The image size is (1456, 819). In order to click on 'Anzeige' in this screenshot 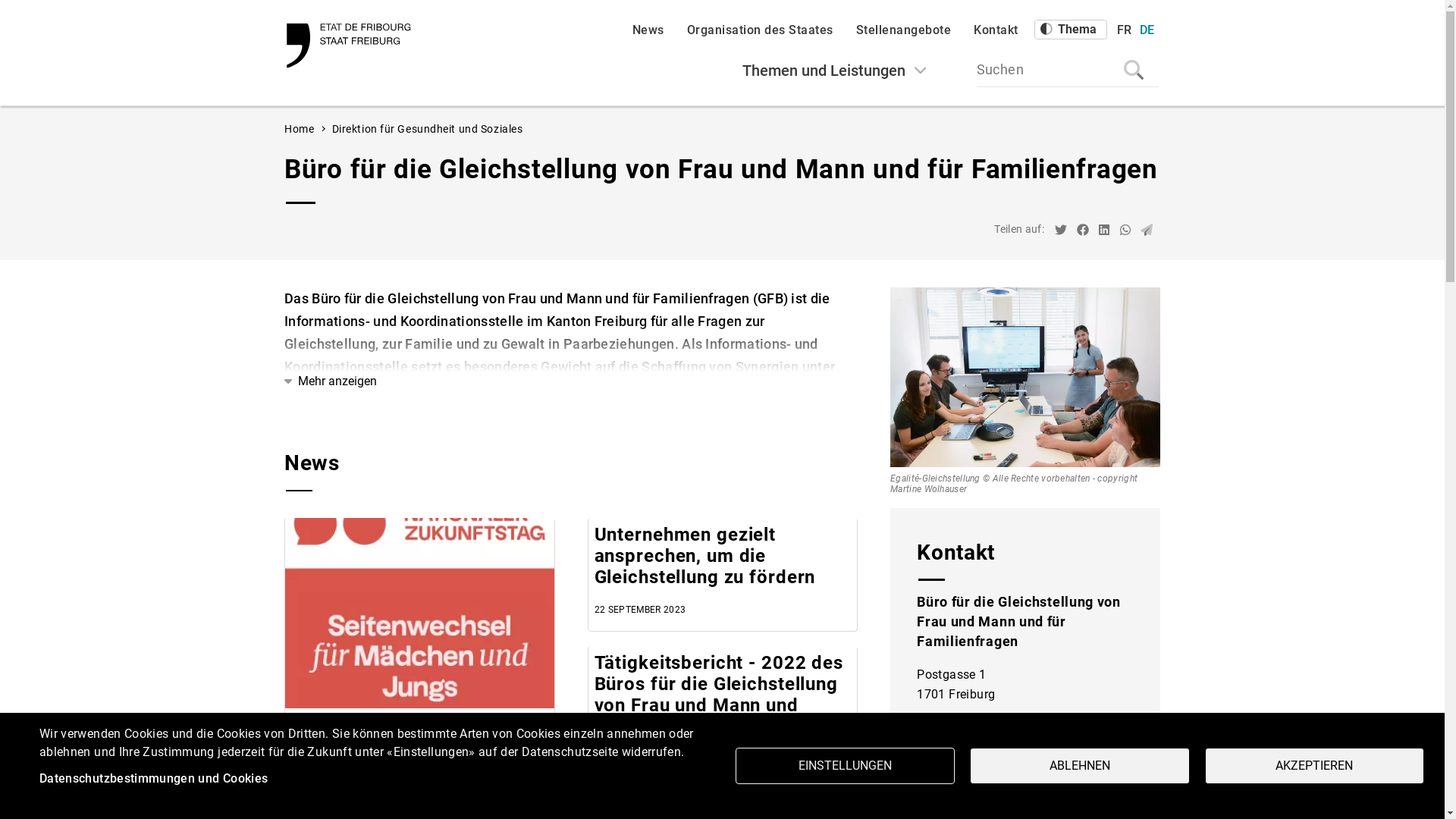, I will do `click(1401, 790)`.